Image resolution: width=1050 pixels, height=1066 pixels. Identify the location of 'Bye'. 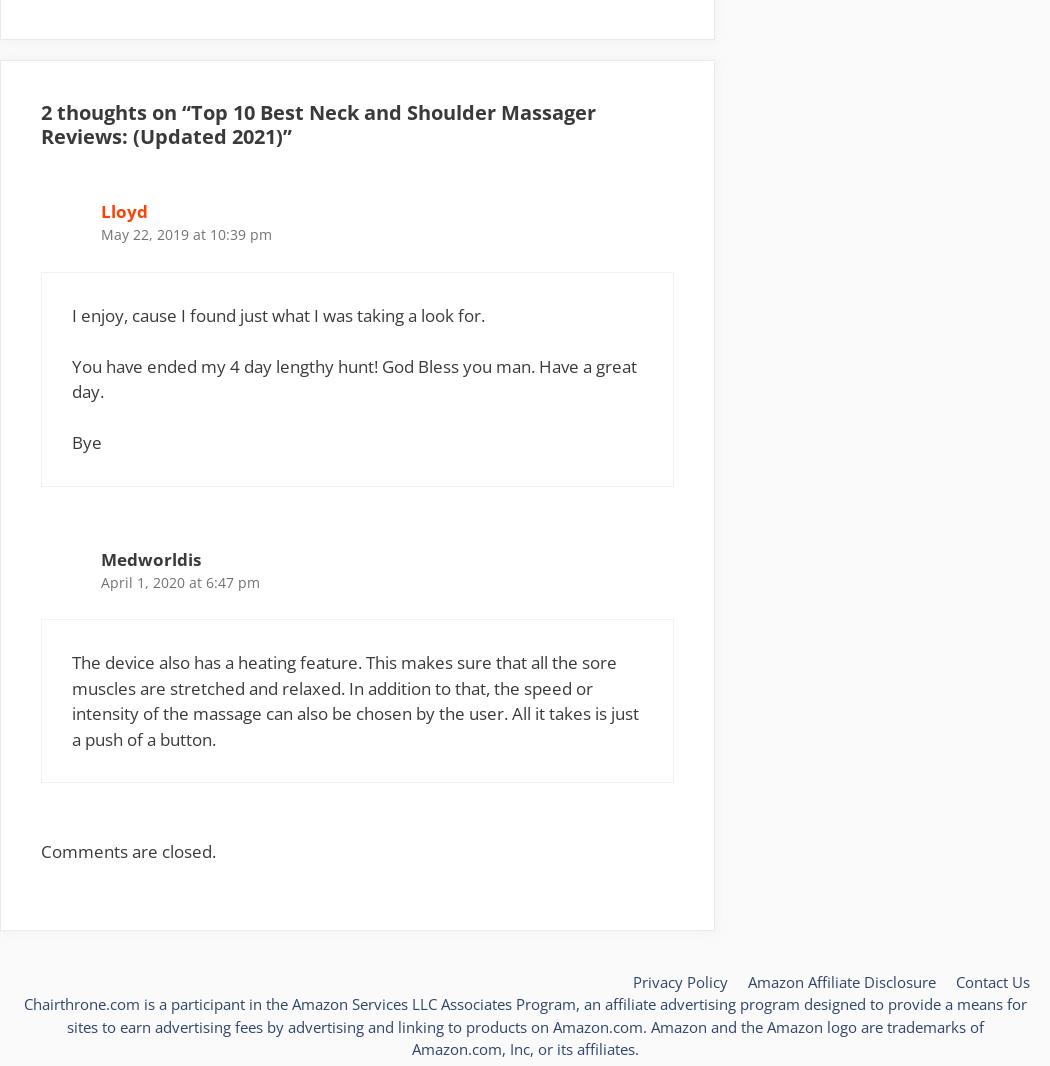
(87, 442).